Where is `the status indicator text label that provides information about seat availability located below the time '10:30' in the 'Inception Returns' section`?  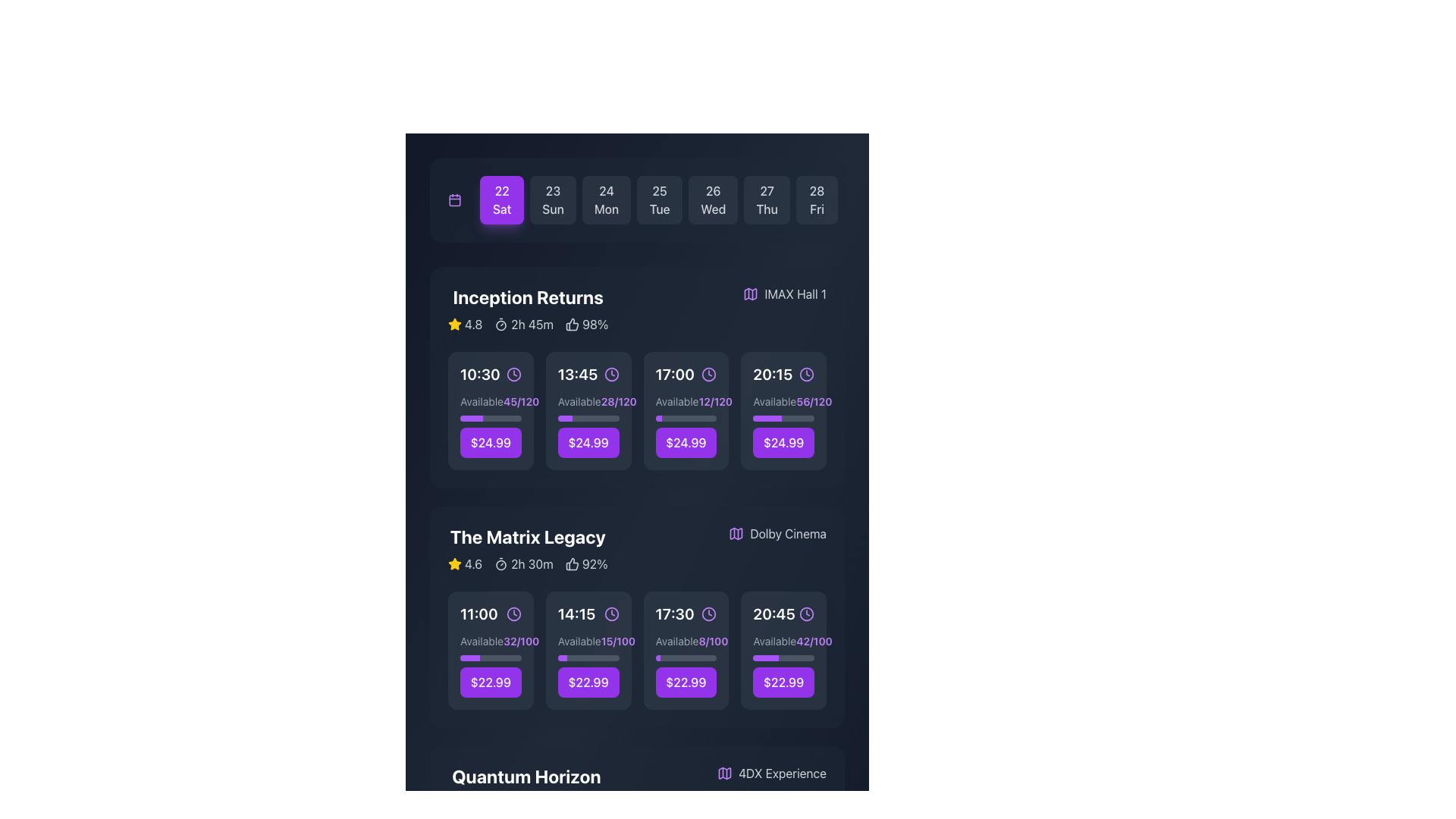
the status indicator text label that provides information about seat availability located below the time '10:30' in the 'Inception Returns' section is located at coordinates (491, 400).